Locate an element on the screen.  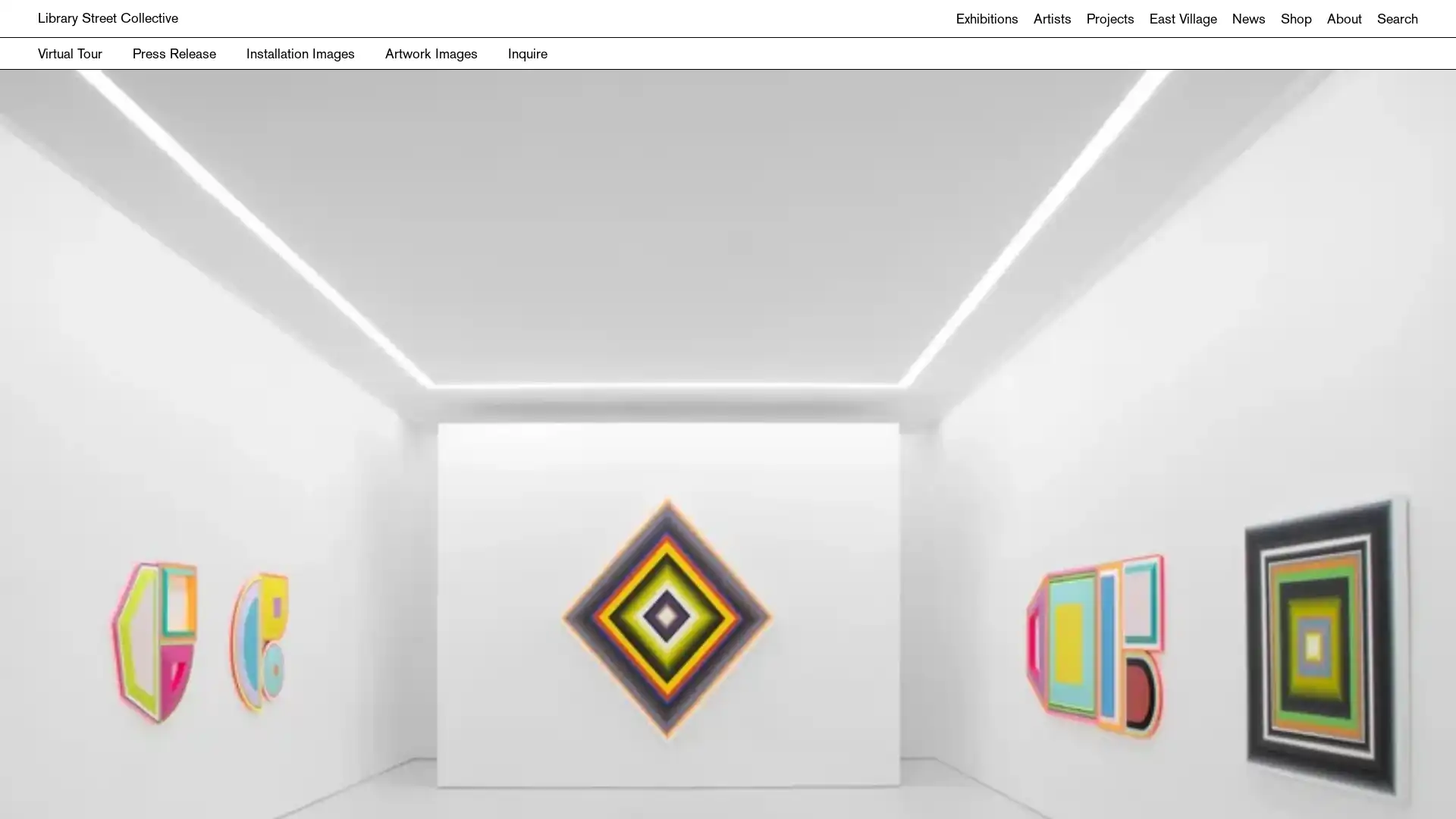
Inquire is located at coordinates (528, 52).